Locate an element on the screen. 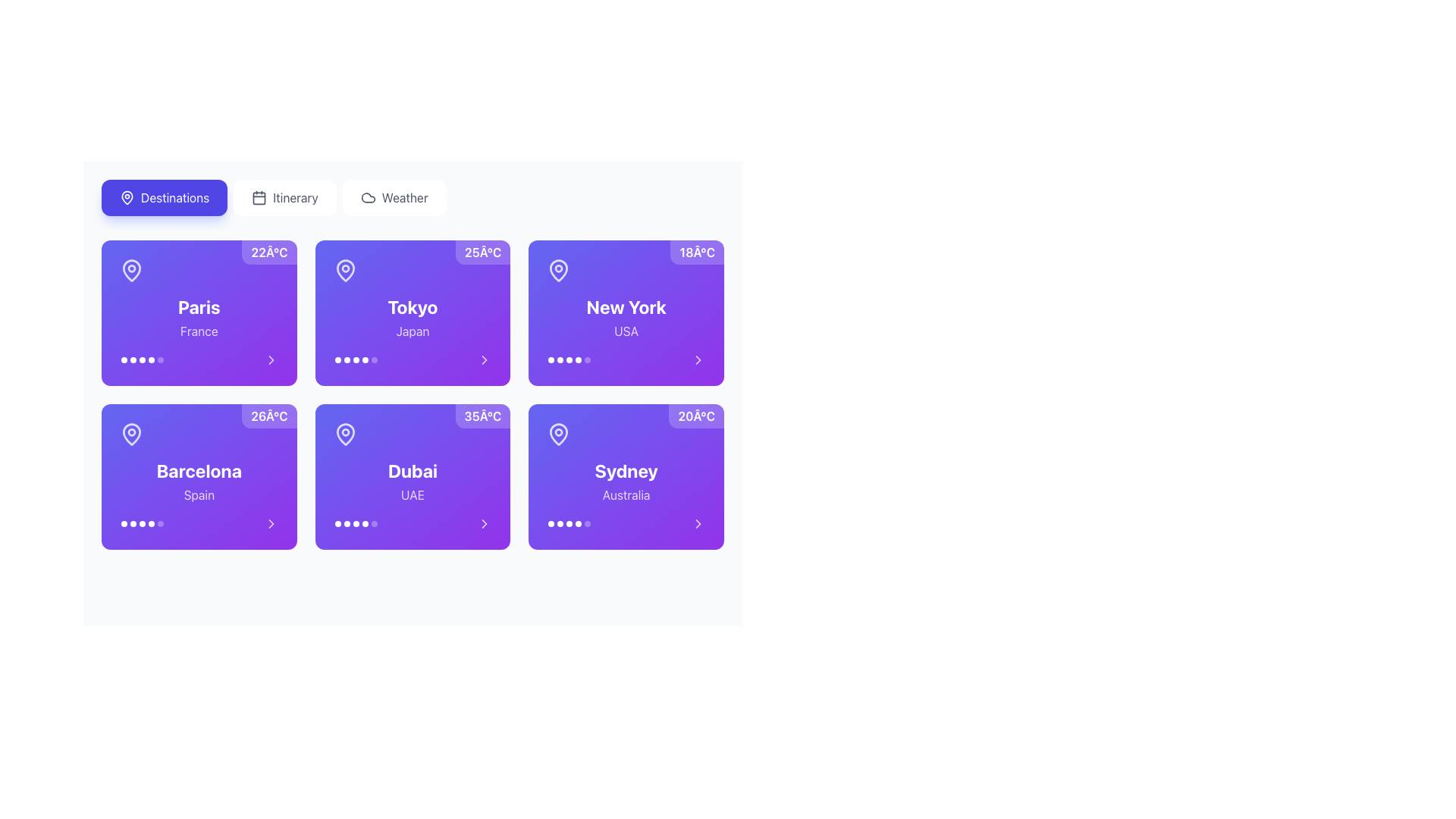 The width and height of the screenshot is (1456, 819). the 'Weather' button, which is a horizontally-aligned button with rounded corners and a white background, displaying a cloud icon and gray text is located at coordinates (394, 197).